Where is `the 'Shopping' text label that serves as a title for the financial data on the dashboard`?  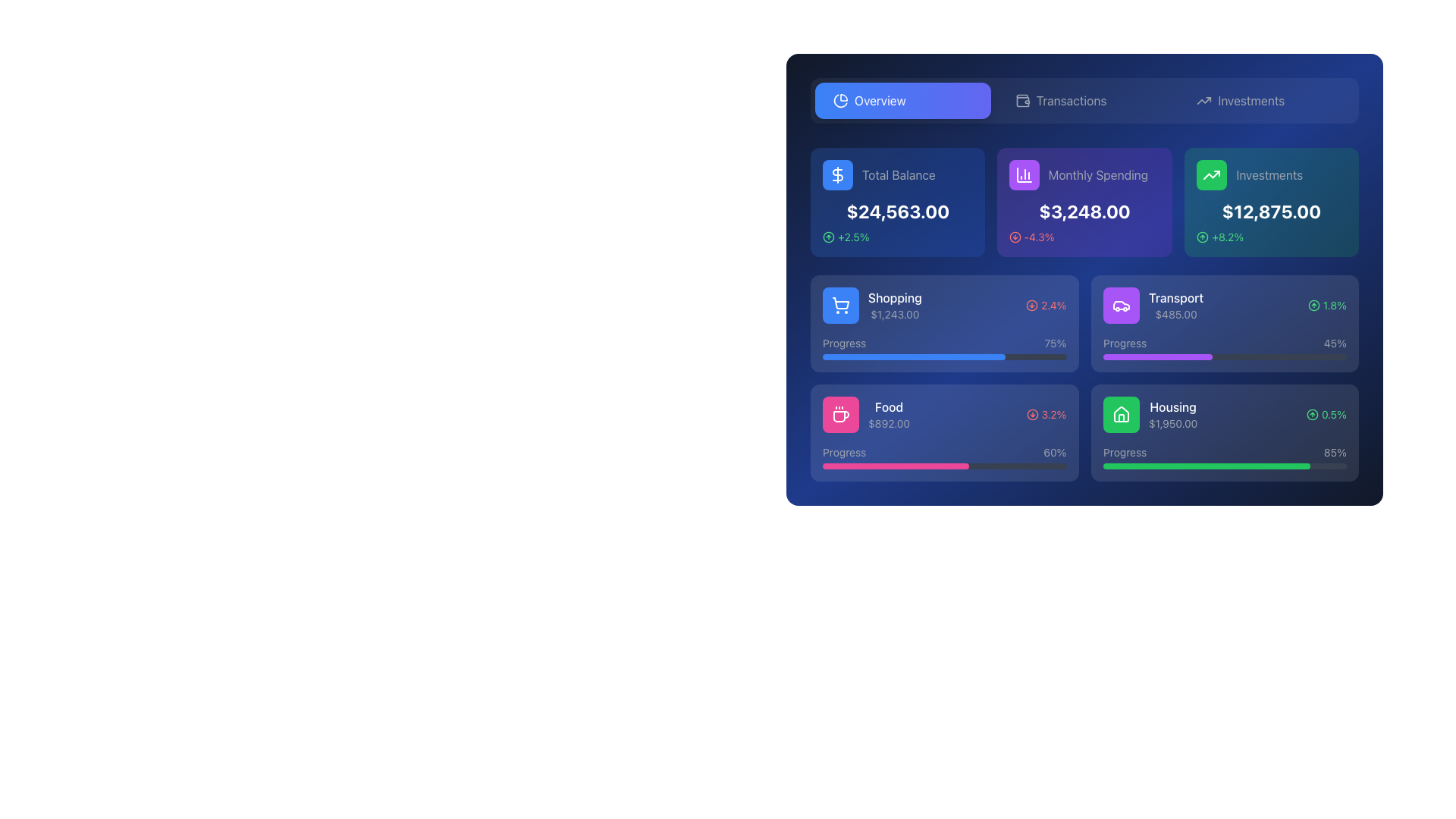
the 'Shopping' text label that serves as a title for the financial data on the dashboard is located at coordinates (895, 298).